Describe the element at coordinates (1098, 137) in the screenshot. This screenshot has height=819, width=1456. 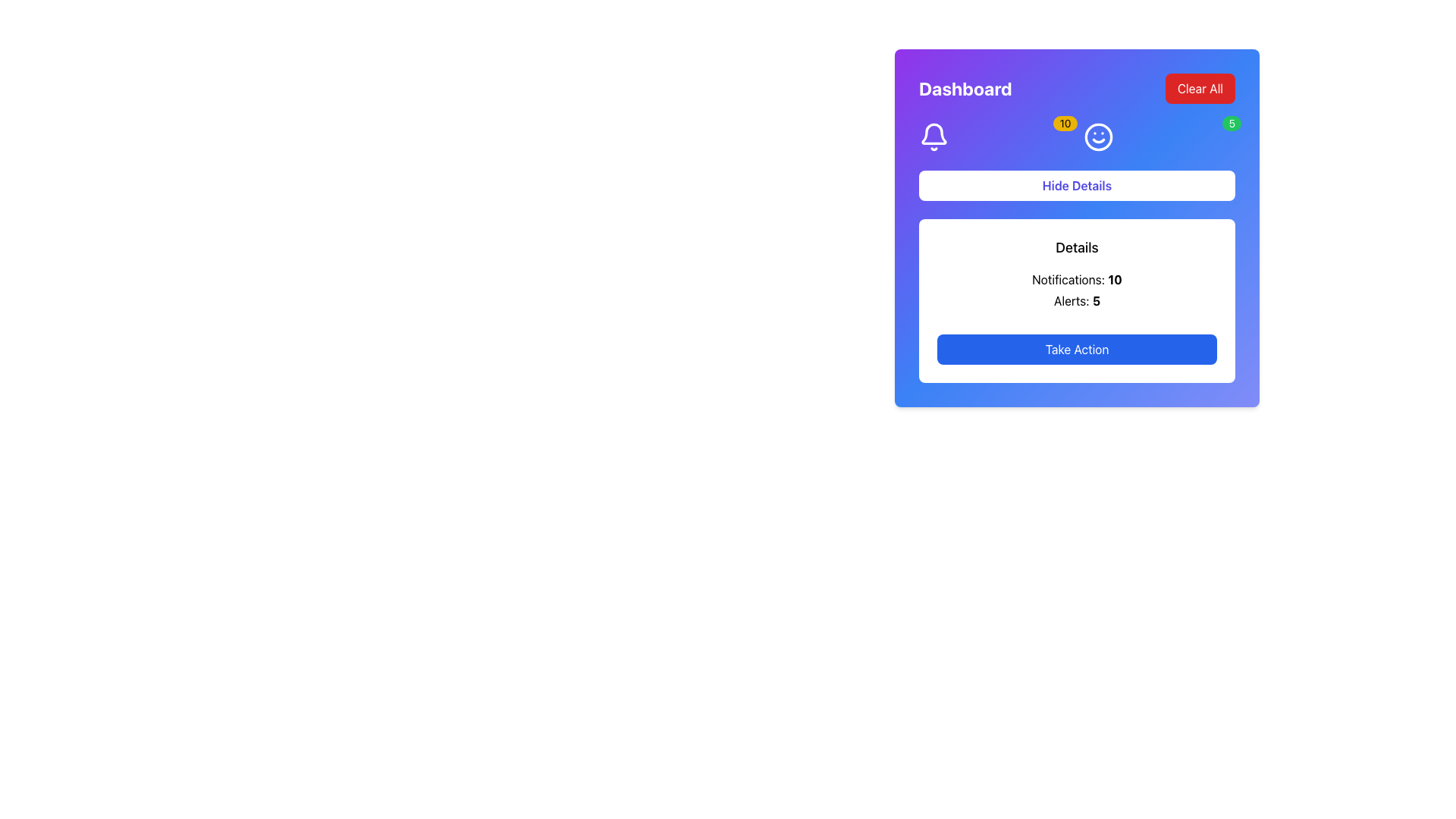
I see `the circular graphic element representing a smiley face, located in the top-right corner of the dashboard next to the 'Clear All' button` at that location.